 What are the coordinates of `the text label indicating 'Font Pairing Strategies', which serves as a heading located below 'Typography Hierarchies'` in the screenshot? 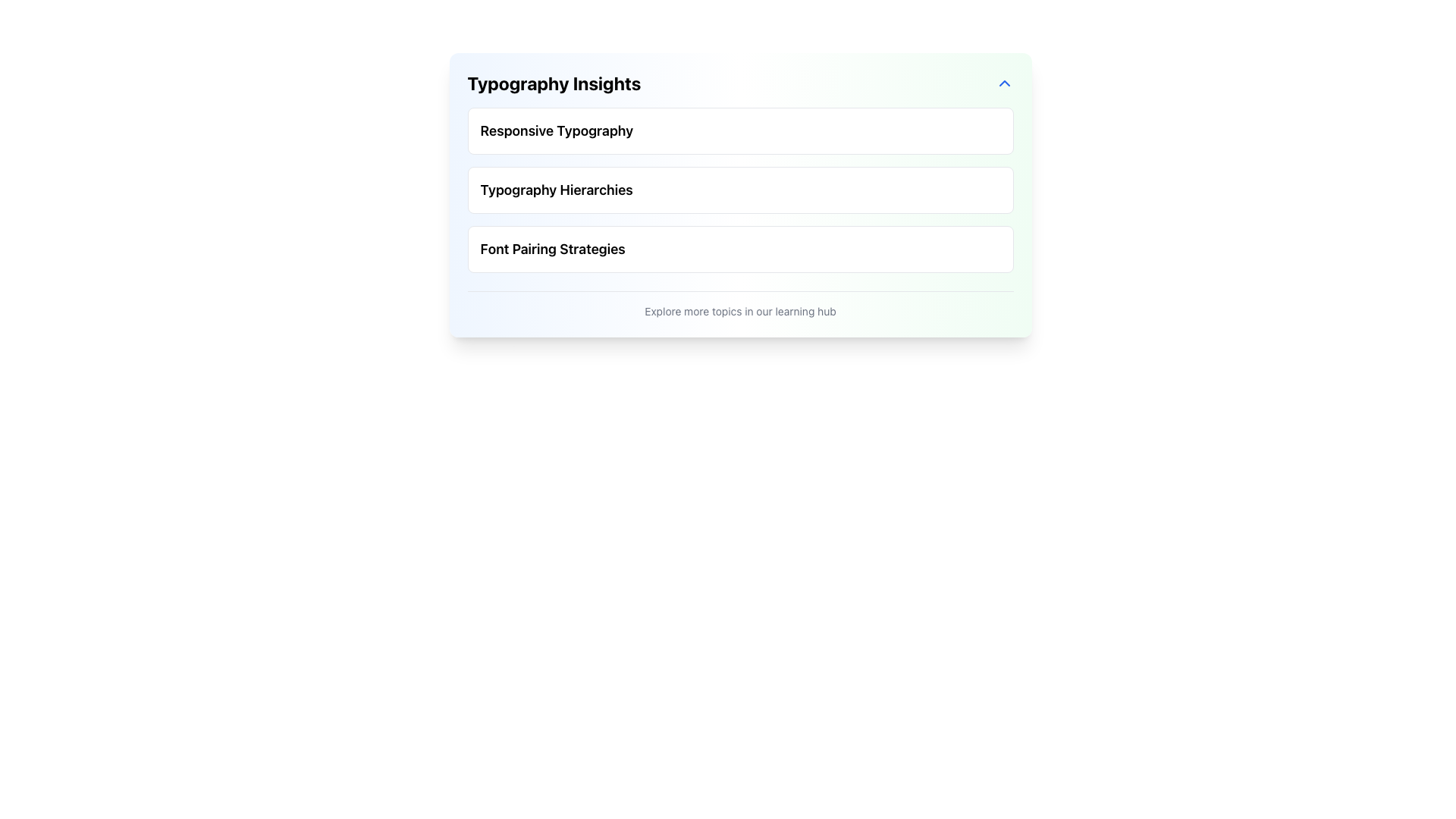 It's located at (552, 248).